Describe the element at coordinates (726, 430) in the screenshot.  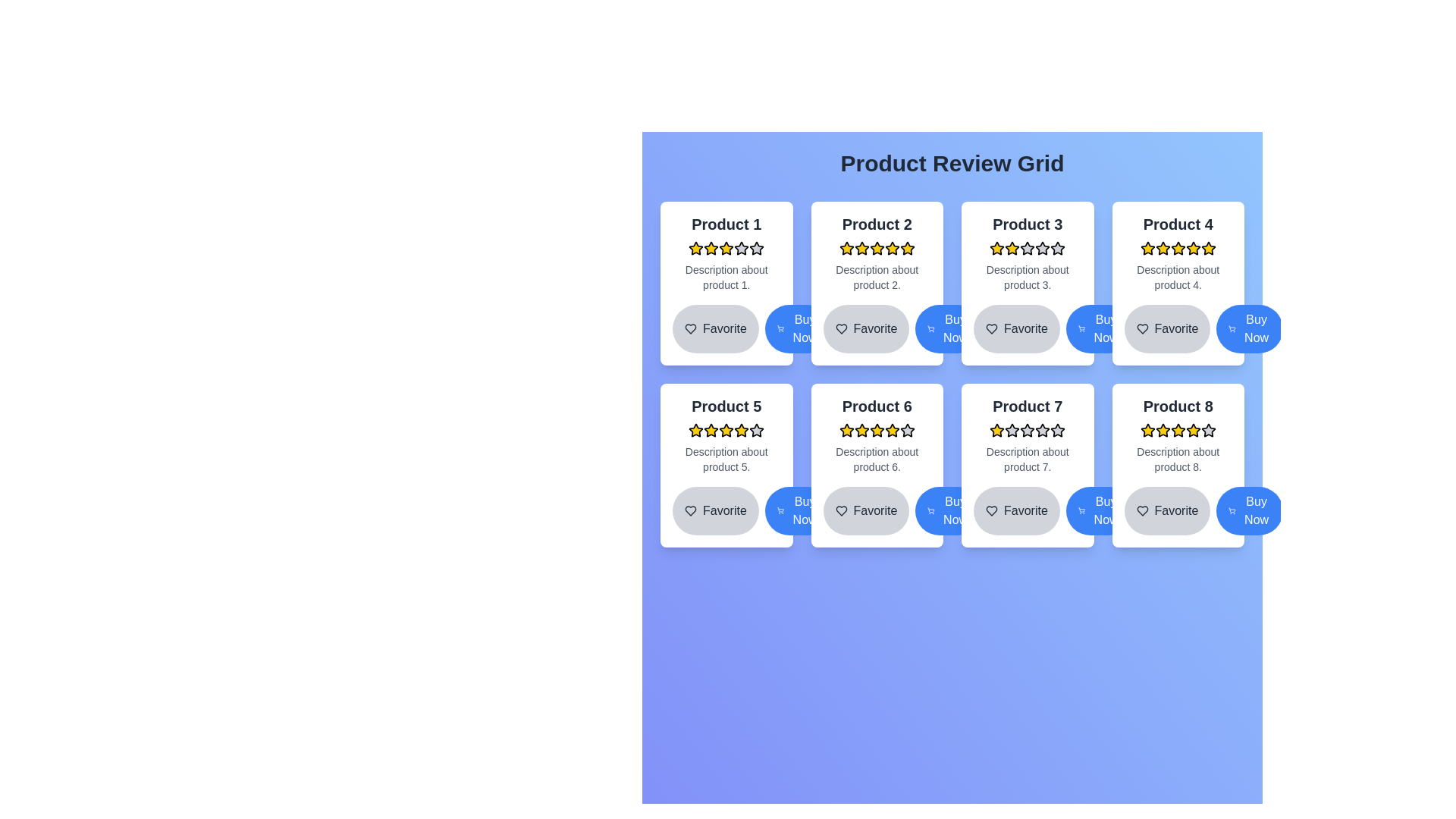
I see `the second rating star icon for 'Product 5' to give a rating` at that location.